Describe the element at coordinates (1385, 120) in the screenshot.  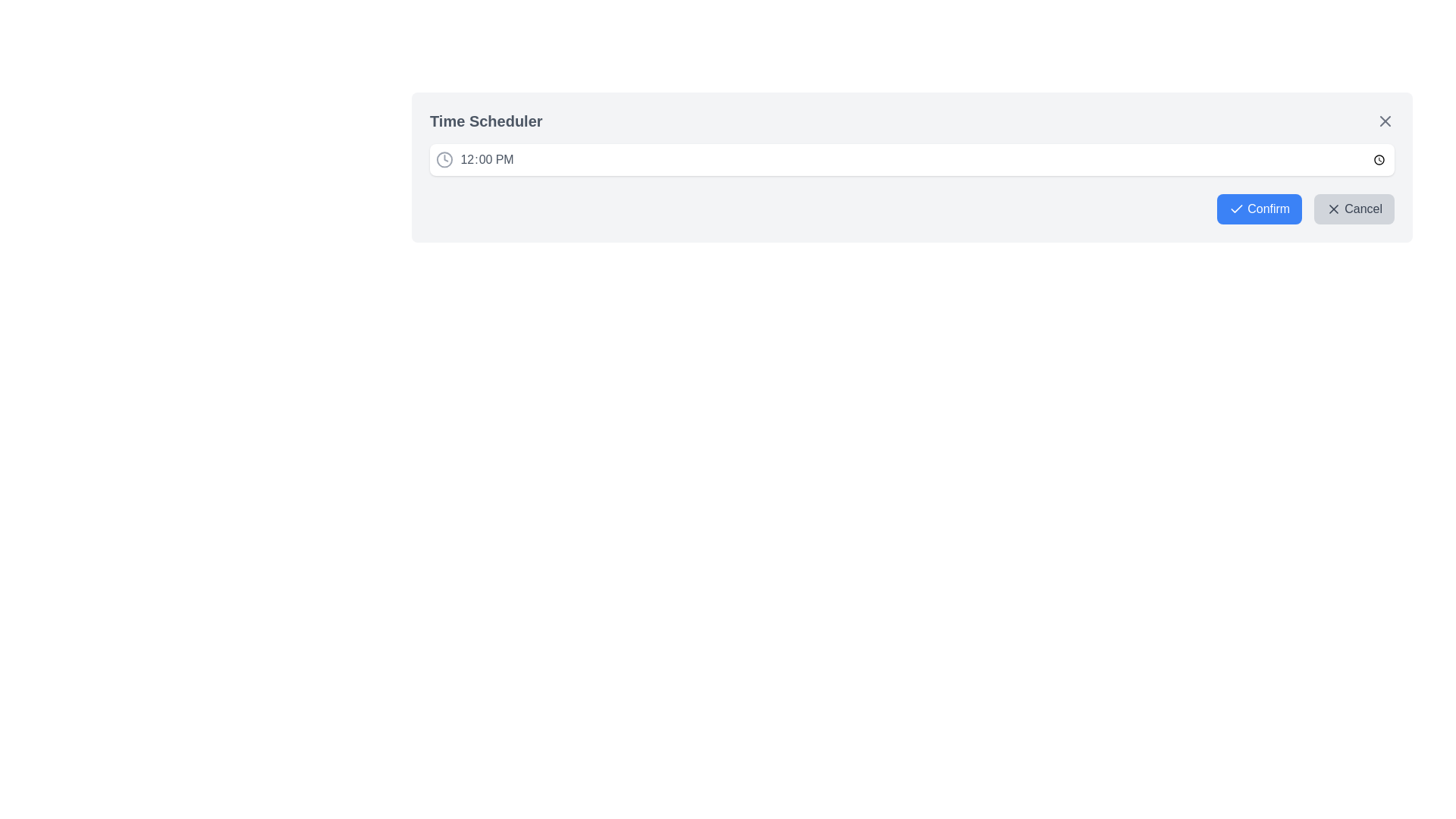
I see `the diagonal line icon forming part of the 'X' shape` at that location.